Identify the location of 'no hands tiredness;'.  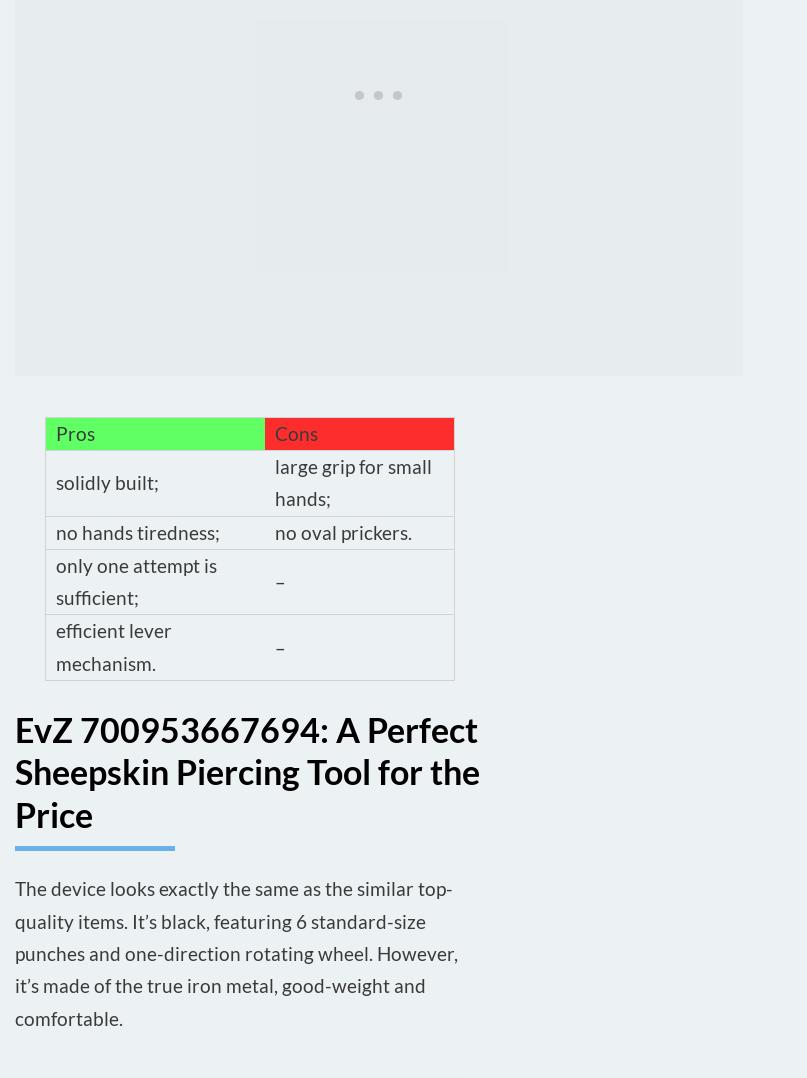
(136, 531).